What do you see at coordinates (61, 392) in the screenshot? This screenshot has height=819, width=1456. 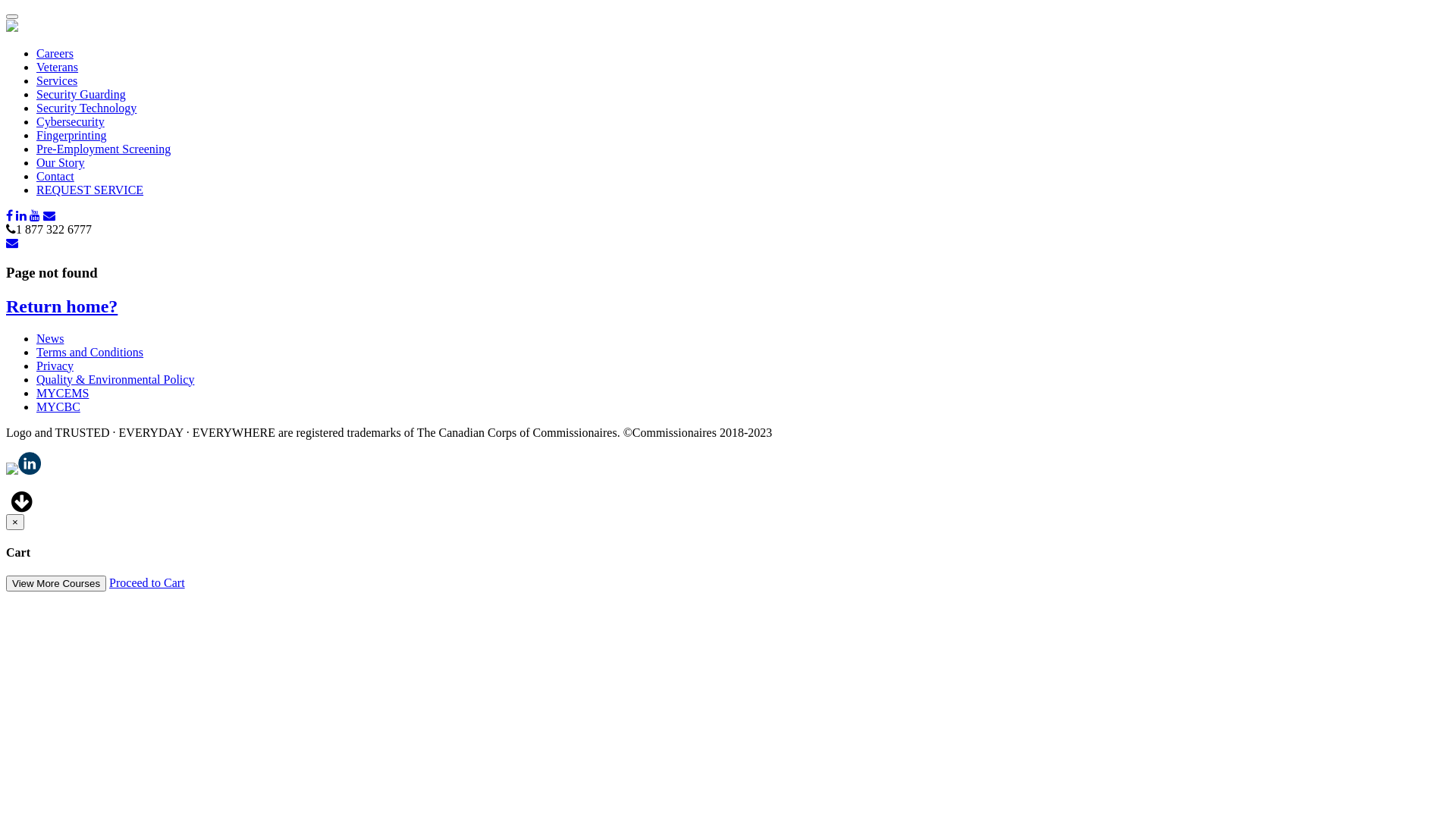 I see `'MYCEMS'` at bounding box center [61, 392].